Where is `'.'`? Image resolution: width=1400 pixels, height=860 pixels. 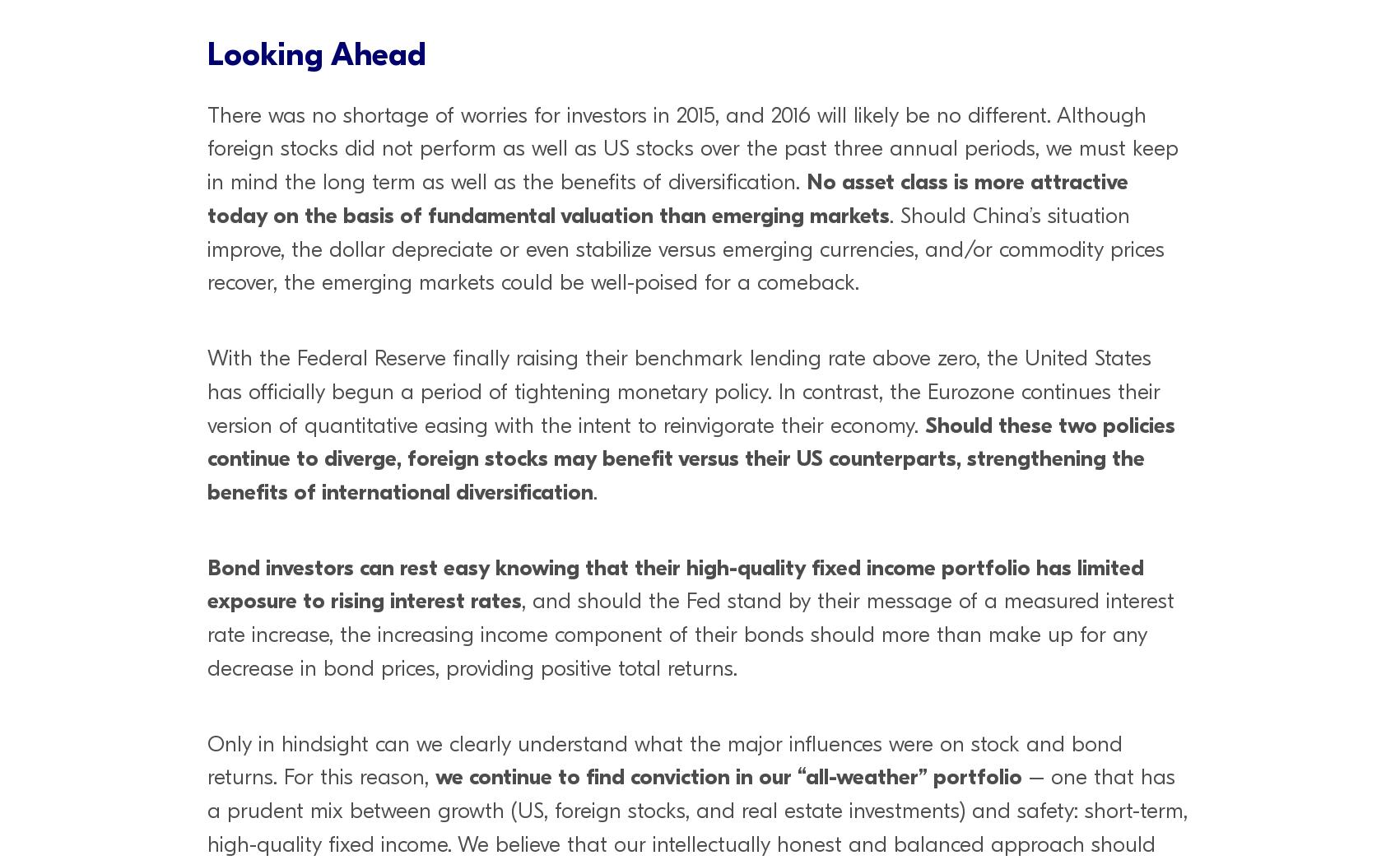 '.' is located at coordinates (594, 491).